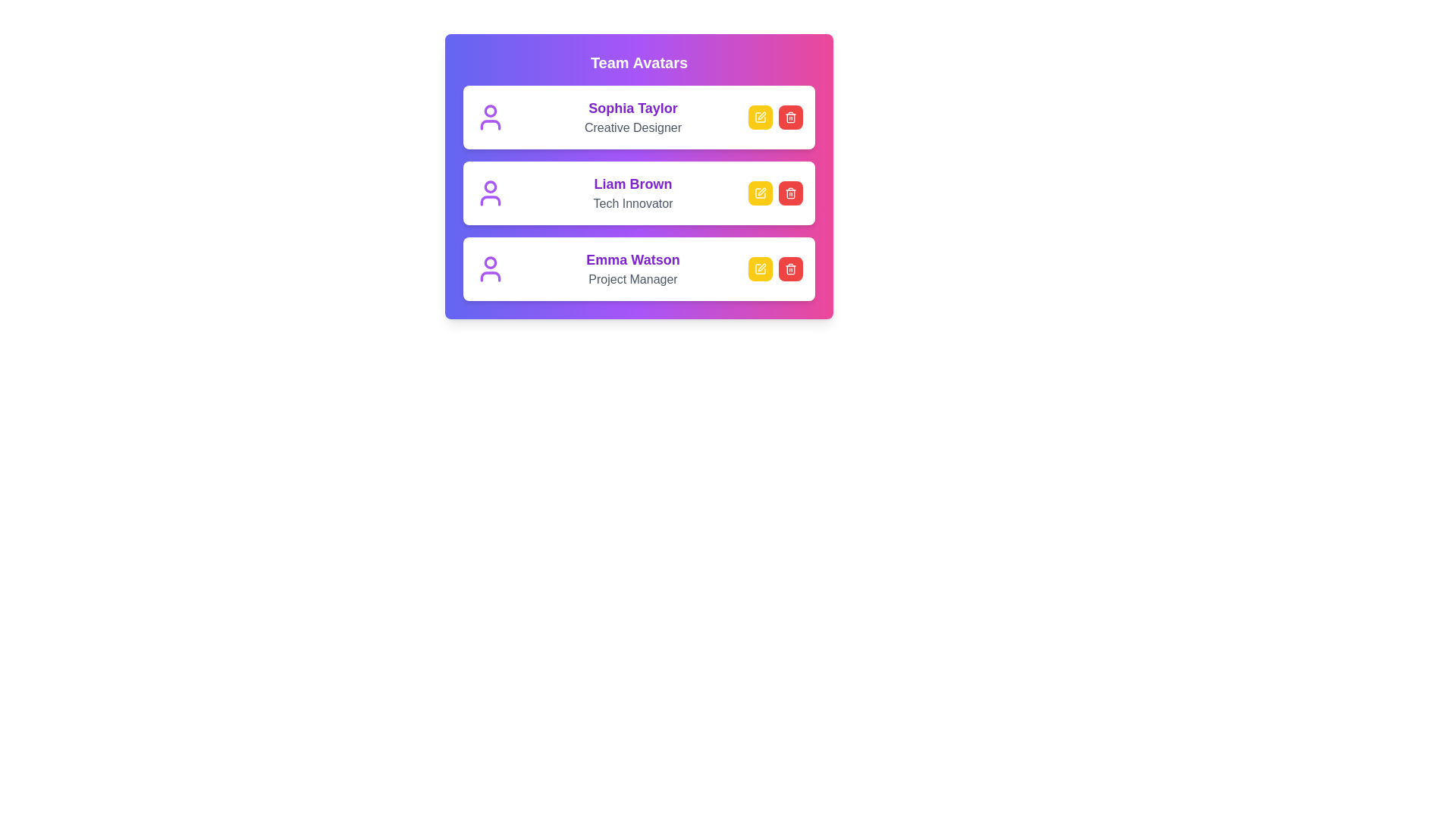  What do you see at coordinates (775, 192) in the screenshot?
I see `the edit button represented by a pencil icon in the button group located at the far right of the 'Liam Brown' section to initiate editing` at bounding box center [775, 192].